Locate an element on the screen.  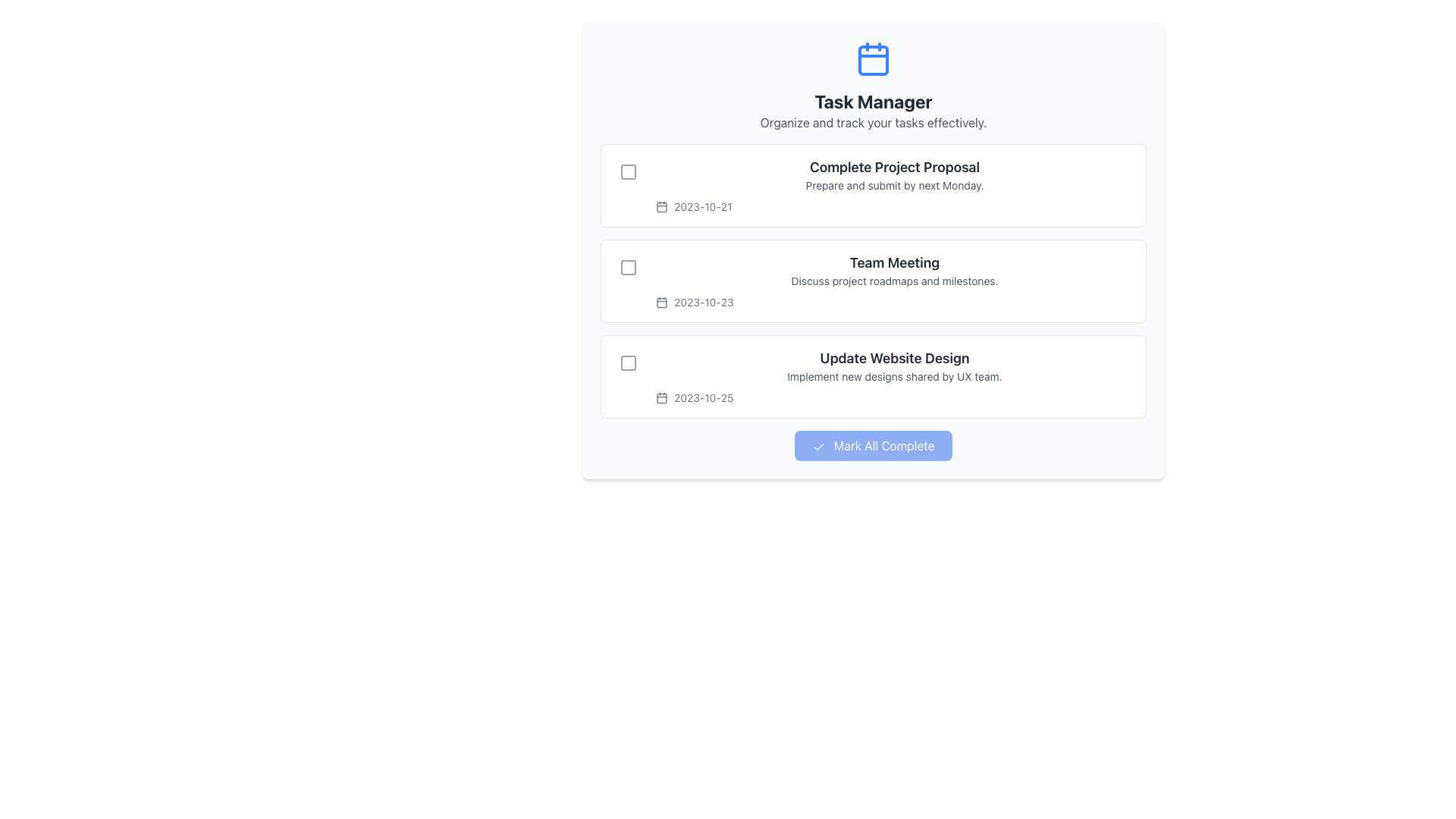
the calendar-shaped blue icon located at the top of the 'Task Manager' section, directly above the title 'Task Manager' is located at coordinates (874, 58).